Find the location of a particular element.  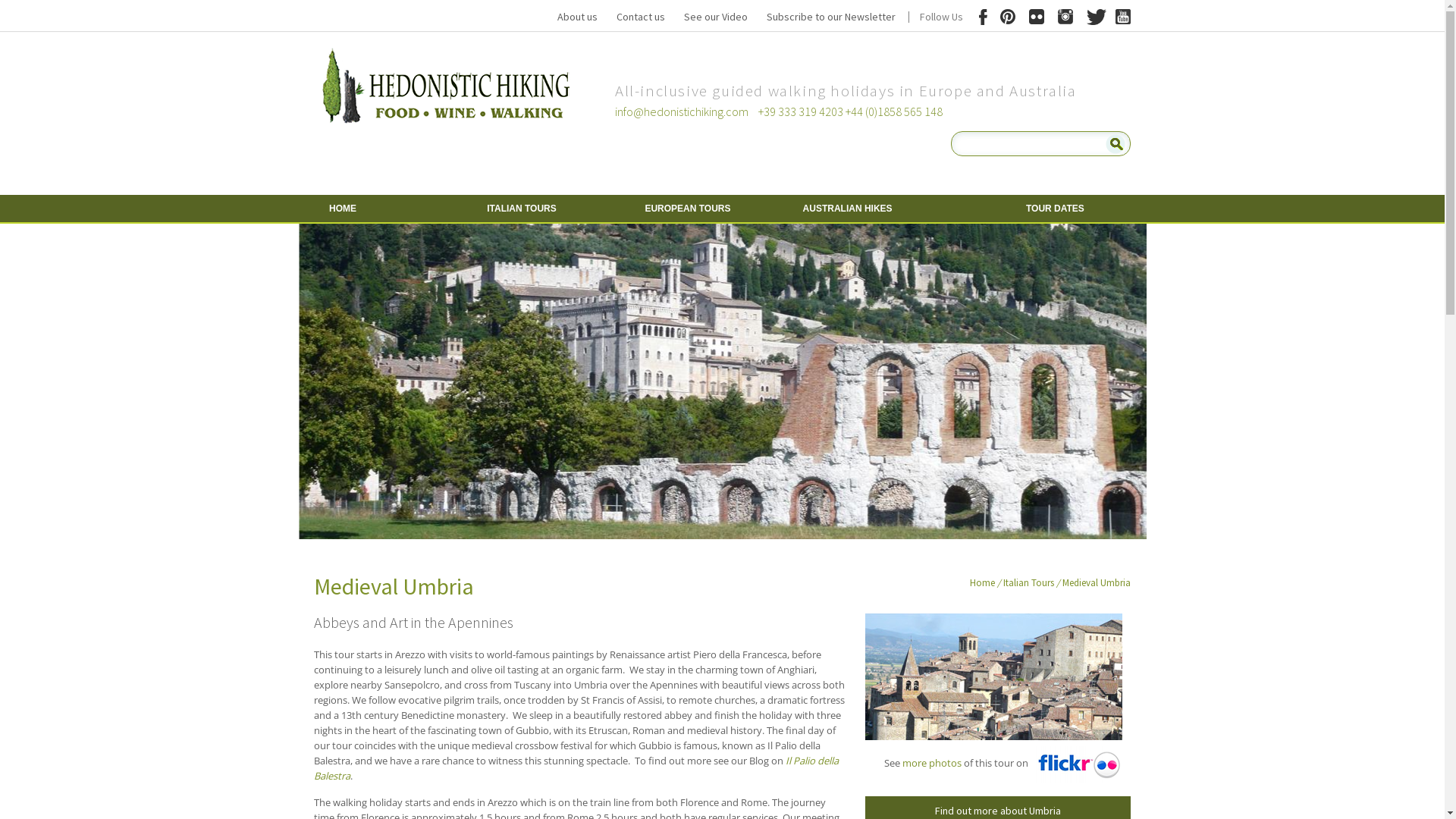

'TOUR DATES' is located at coordinates (1015, 208).